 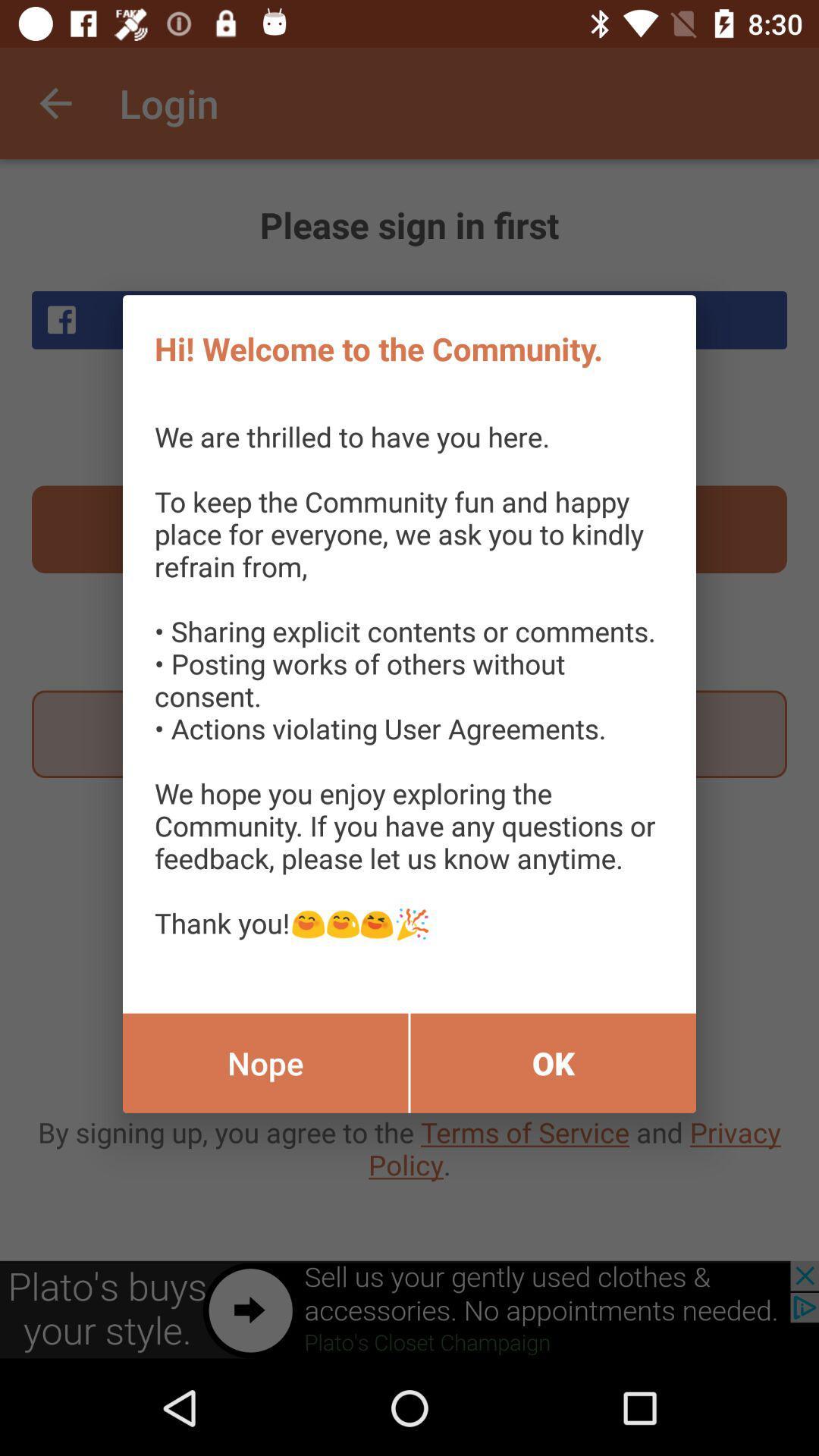 What do you see at coordinates (553, 1062) in the screenshot?
I see `the item below the we are thrilled icon` at bounding box center [553, 1062].